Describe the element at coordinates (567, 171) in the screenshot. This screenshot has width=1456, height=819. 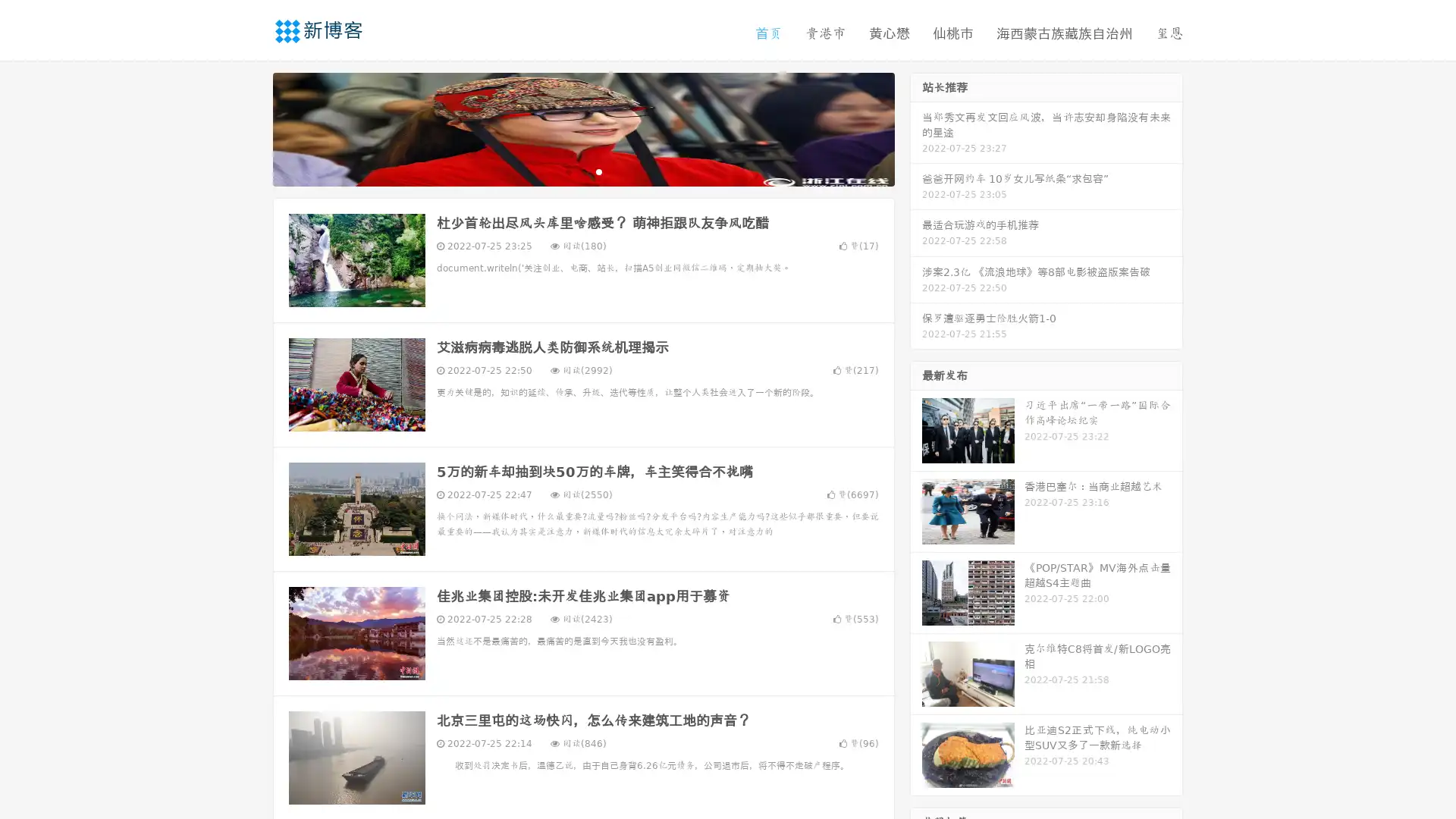
I see `Go to slide 1` at that location.